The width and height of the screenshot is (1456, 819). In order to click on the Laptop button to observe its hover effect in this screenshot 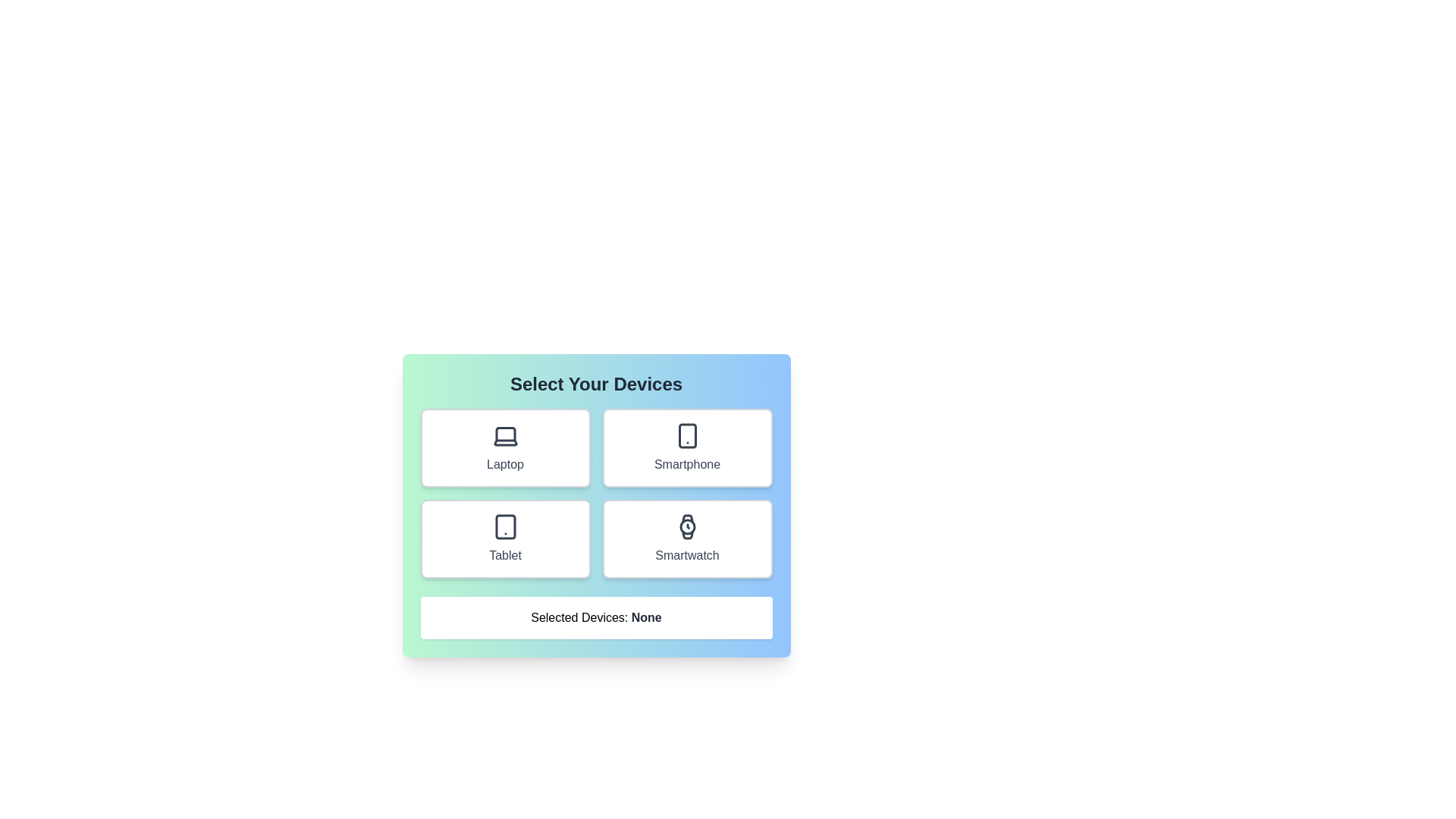, I will do `click(505, 447)`.